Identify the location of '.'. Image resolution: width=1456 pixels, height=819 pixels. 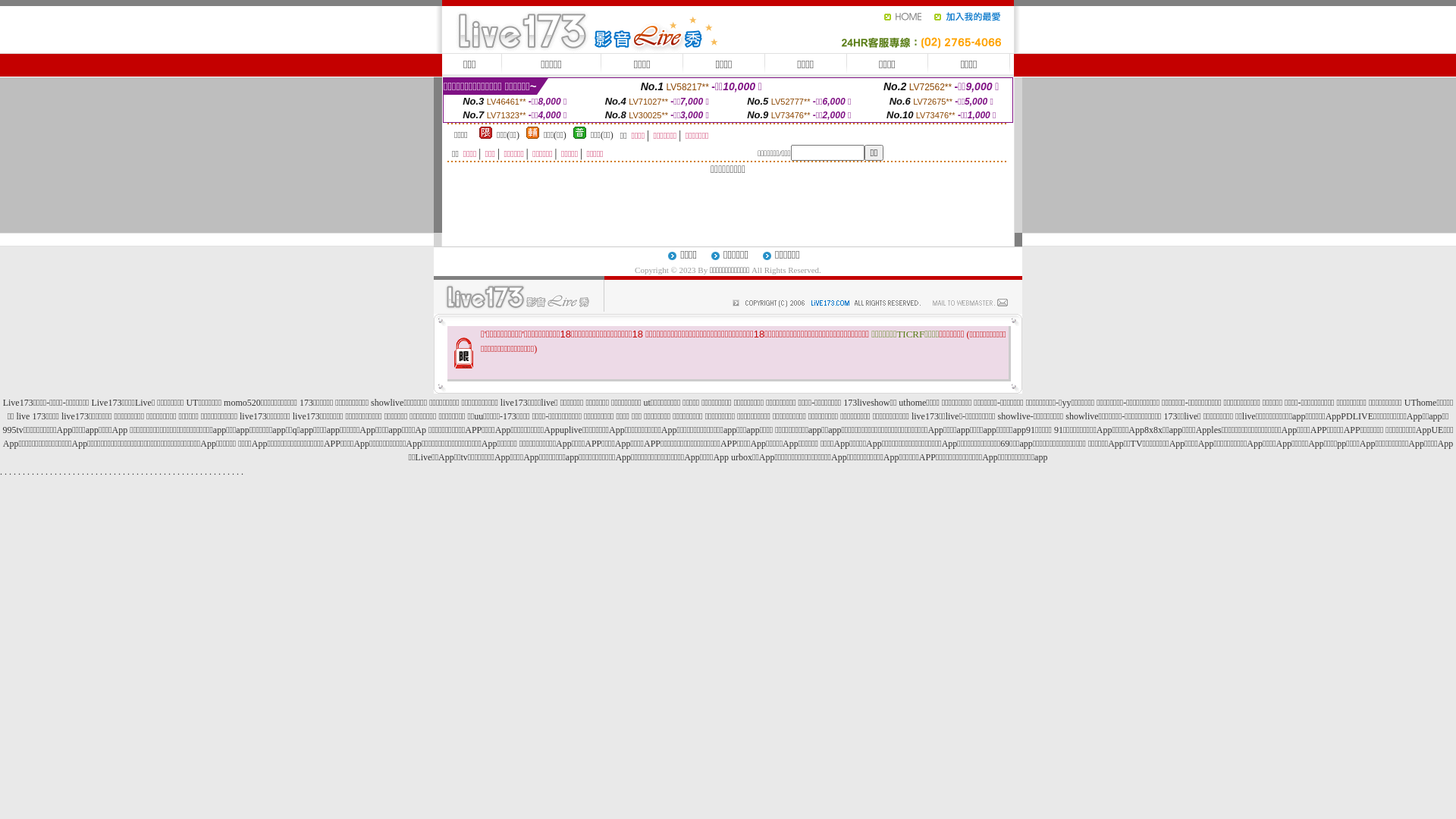
(218, 470).